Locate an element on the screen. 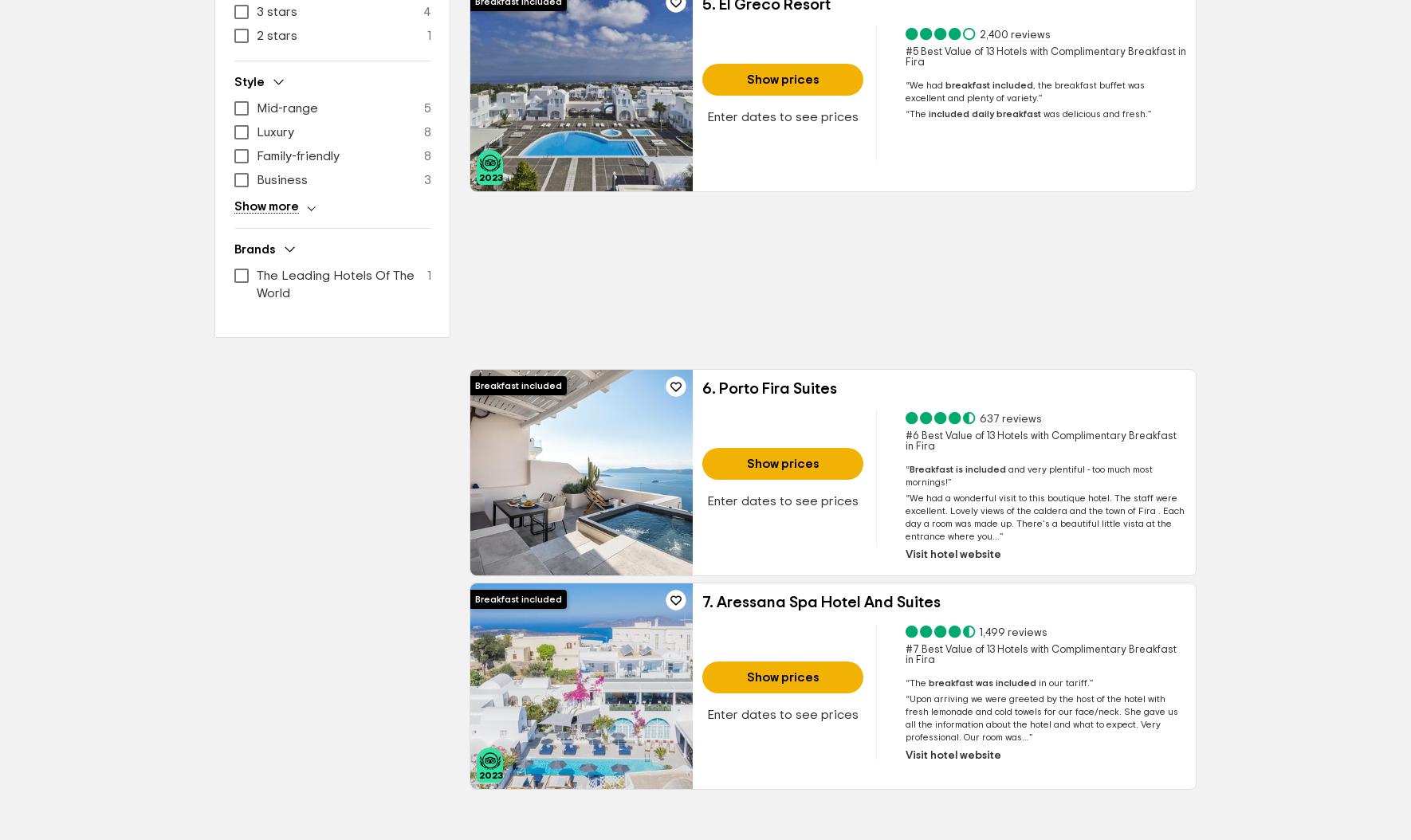 This screenshot has width=1411, height=840. 'Business' is located at coordinates (281, 179).